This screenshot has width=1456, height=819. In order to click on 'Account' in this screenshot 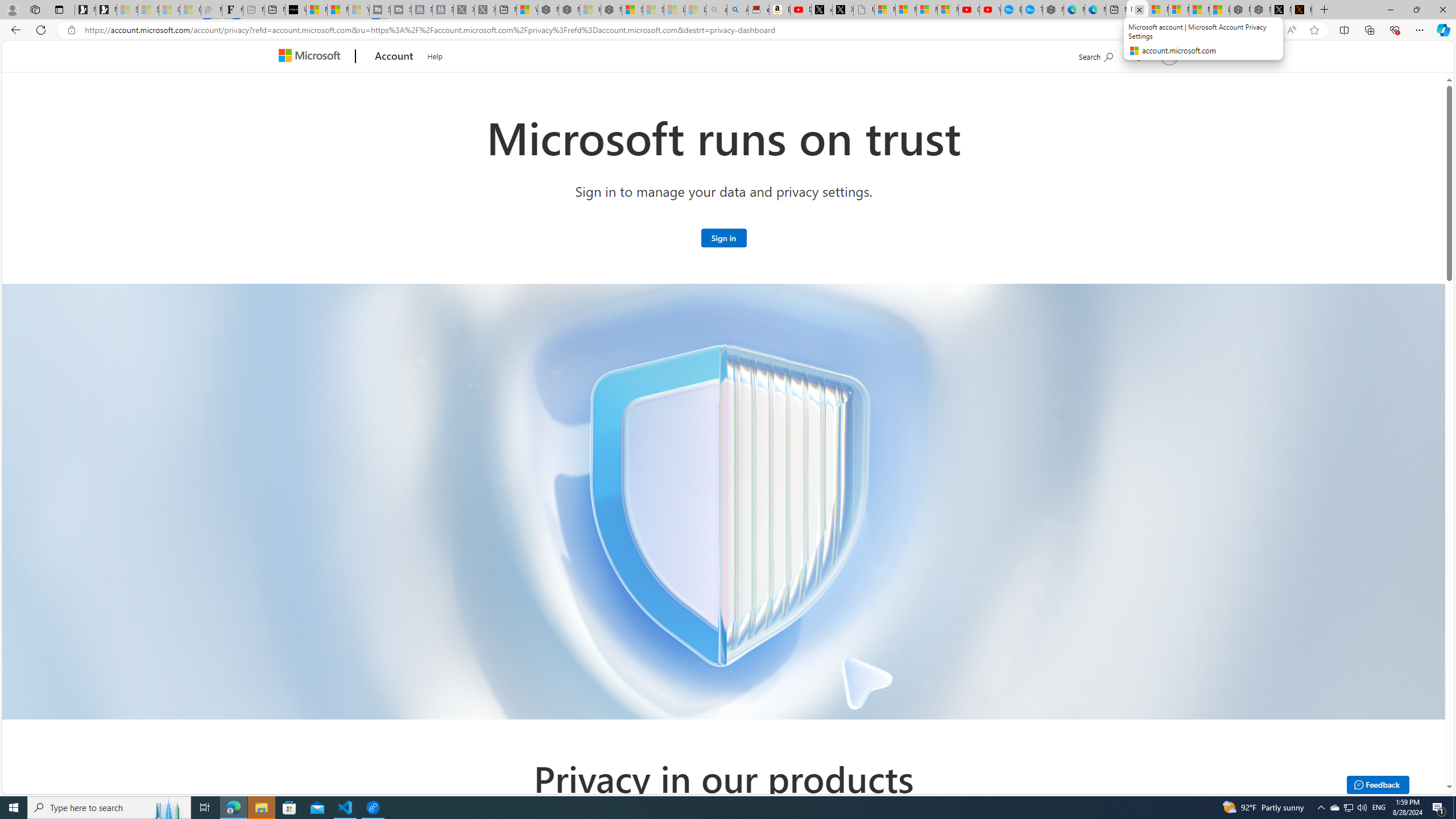, I will do `click(394, 56)`.